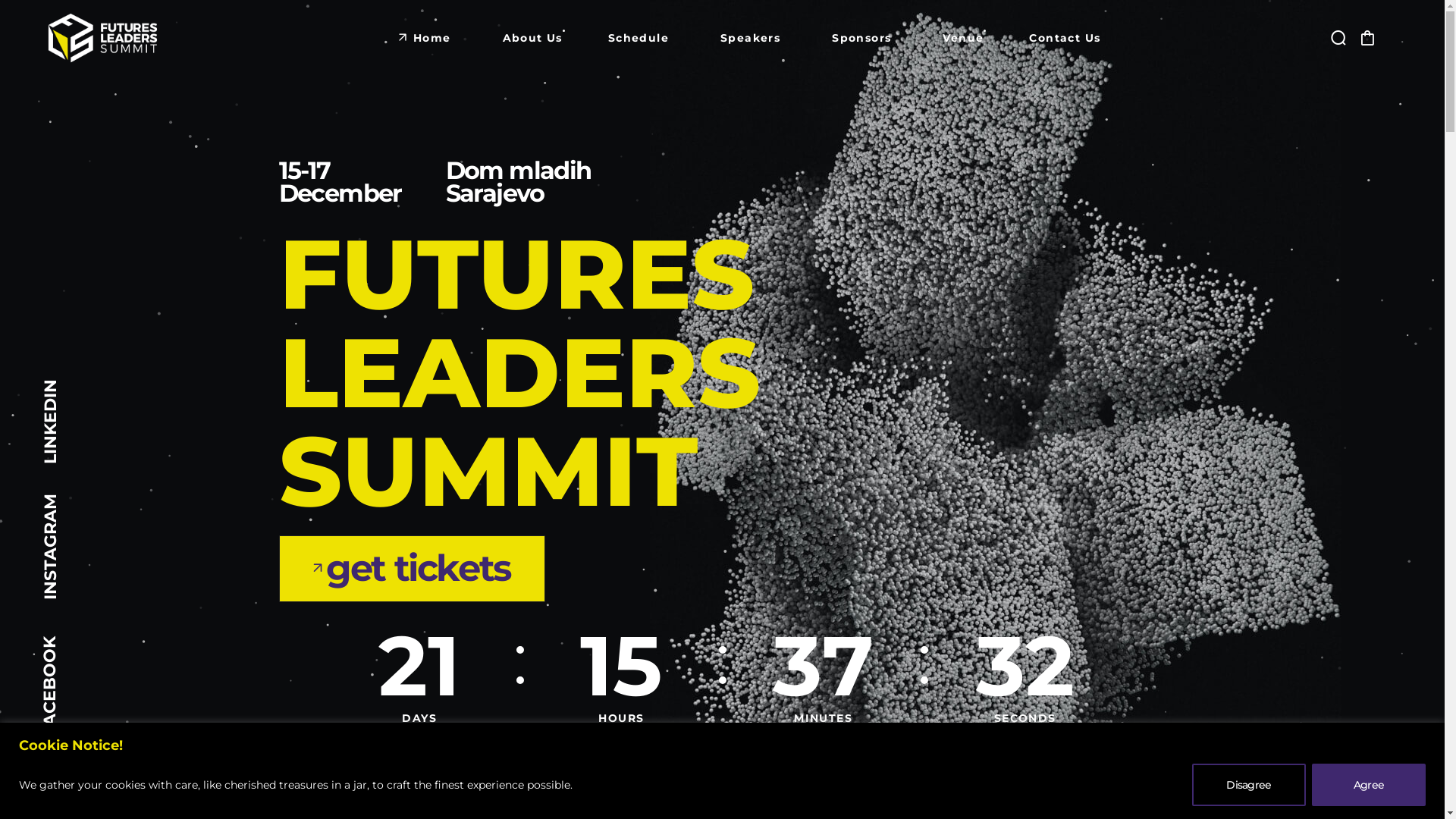 The image size is (1456, 819). What do you see at coordinates (529, 37) in the screenshot?
I see `'About Us'` at bounding box center [529, 37].